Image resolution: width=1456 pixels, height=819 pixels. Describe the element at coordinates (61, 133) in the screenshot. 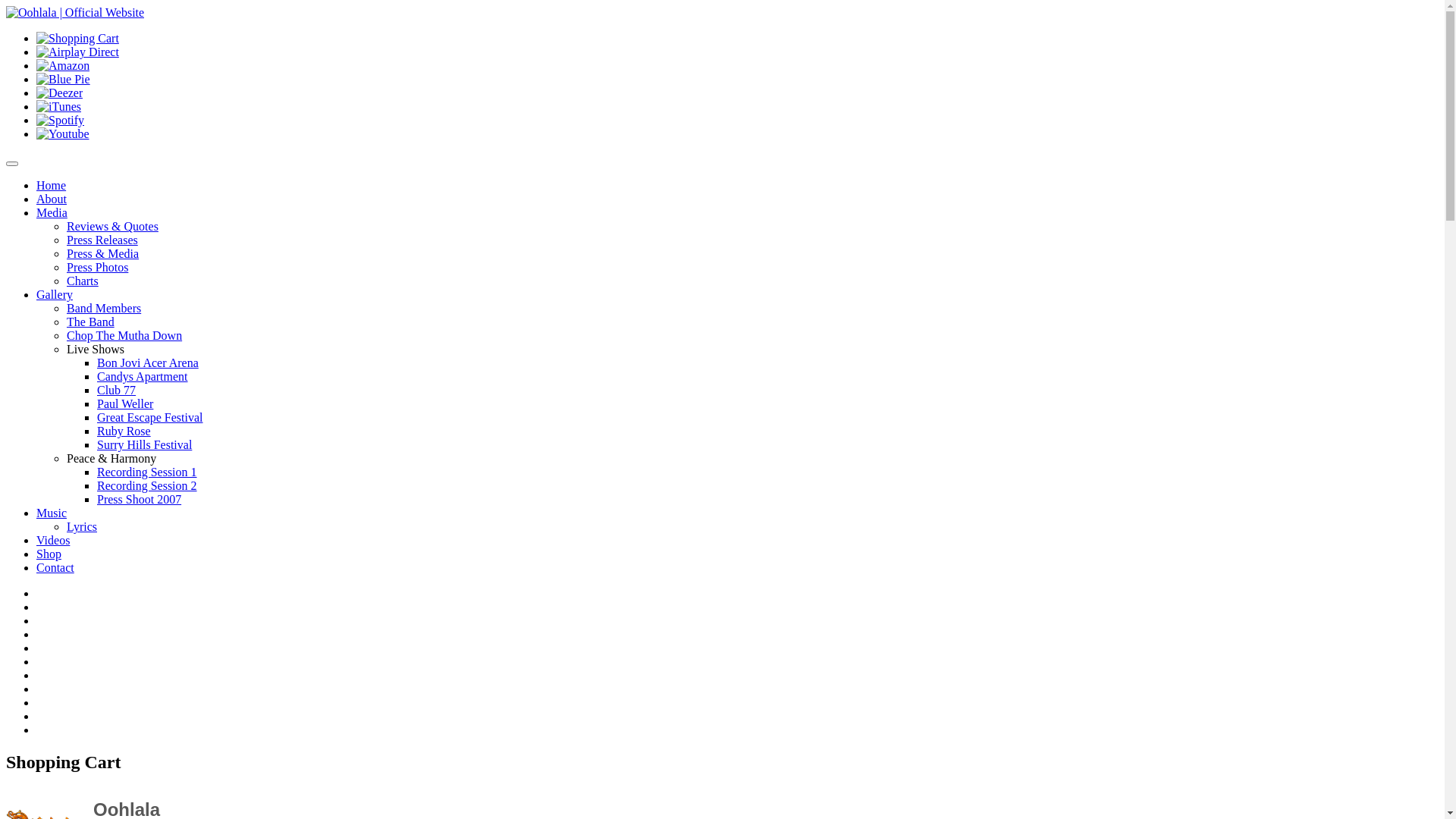

I see `'Youtube'` at that location.